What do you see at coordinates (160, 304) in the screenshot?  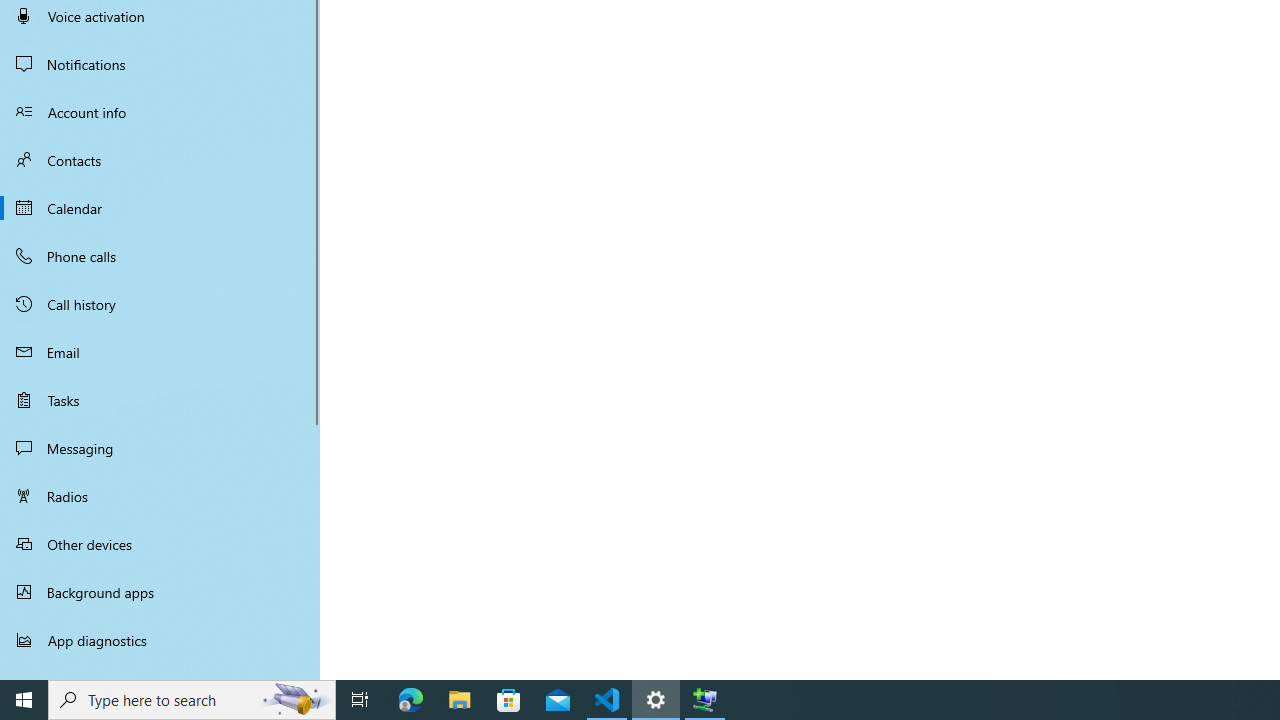 I see `'Call history'` at bounding box center [160, 304].